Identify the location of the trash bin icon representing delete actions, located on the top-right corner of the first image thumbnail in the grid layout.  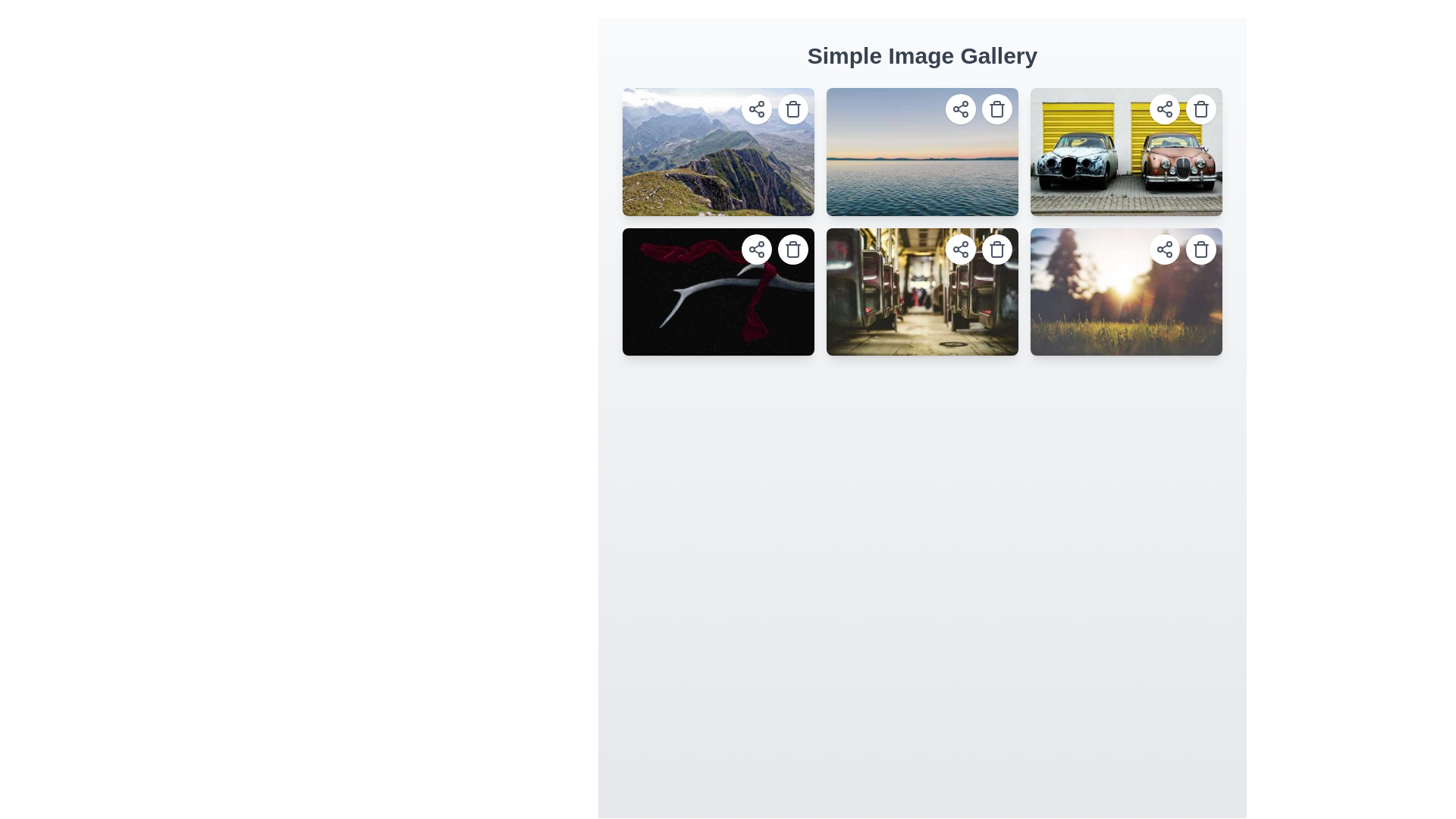
(792, 110).